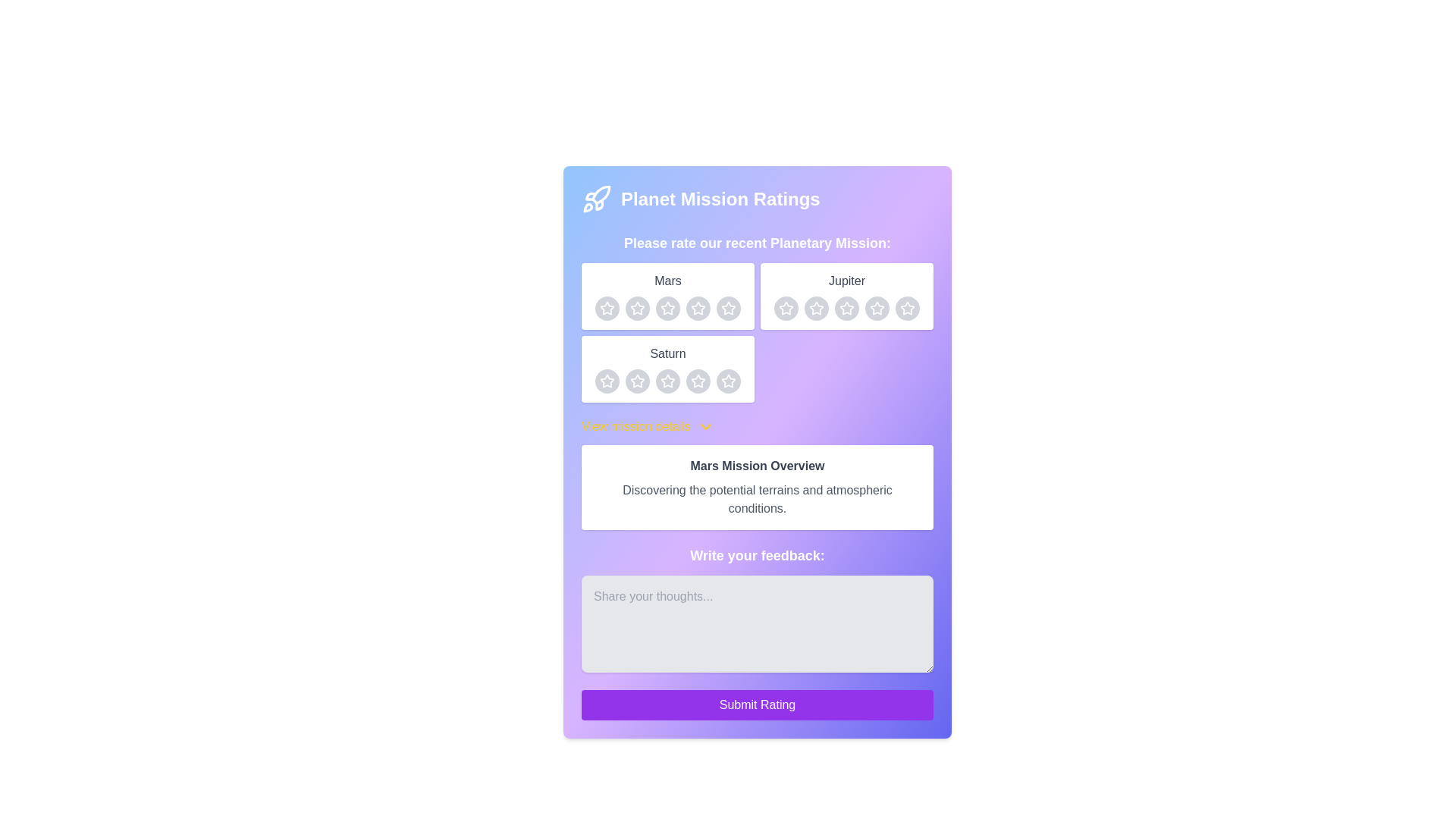 The image size is (1456, 819). Describe the element at coordinates (637, 307) in the screenshot. I see `the second star icon under the 'Mars' section in the Planet Mission Ratings card to rate it` at that location.